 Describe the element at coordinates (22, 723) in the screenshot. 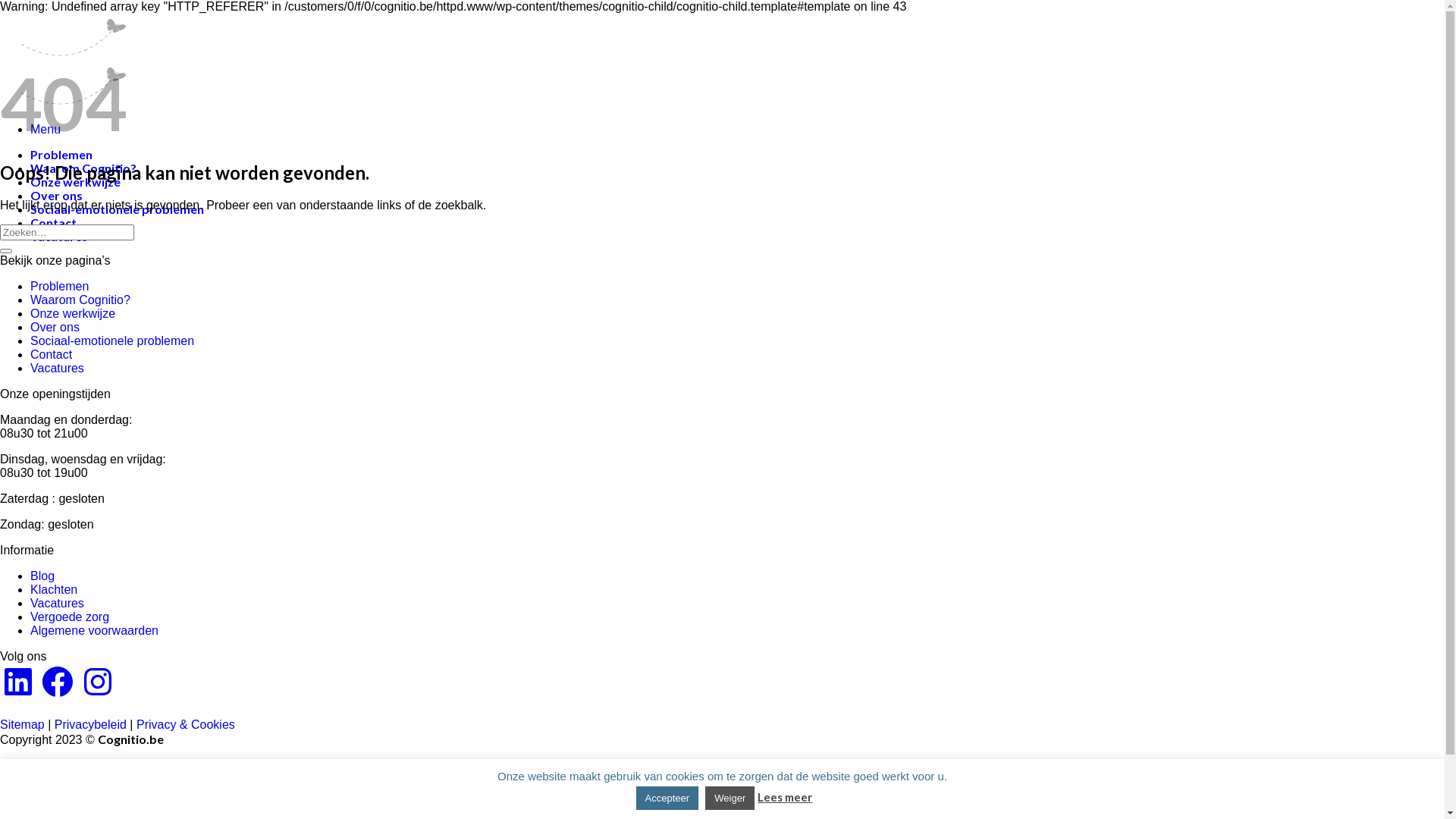

I see `'Sitemap'` at that location.